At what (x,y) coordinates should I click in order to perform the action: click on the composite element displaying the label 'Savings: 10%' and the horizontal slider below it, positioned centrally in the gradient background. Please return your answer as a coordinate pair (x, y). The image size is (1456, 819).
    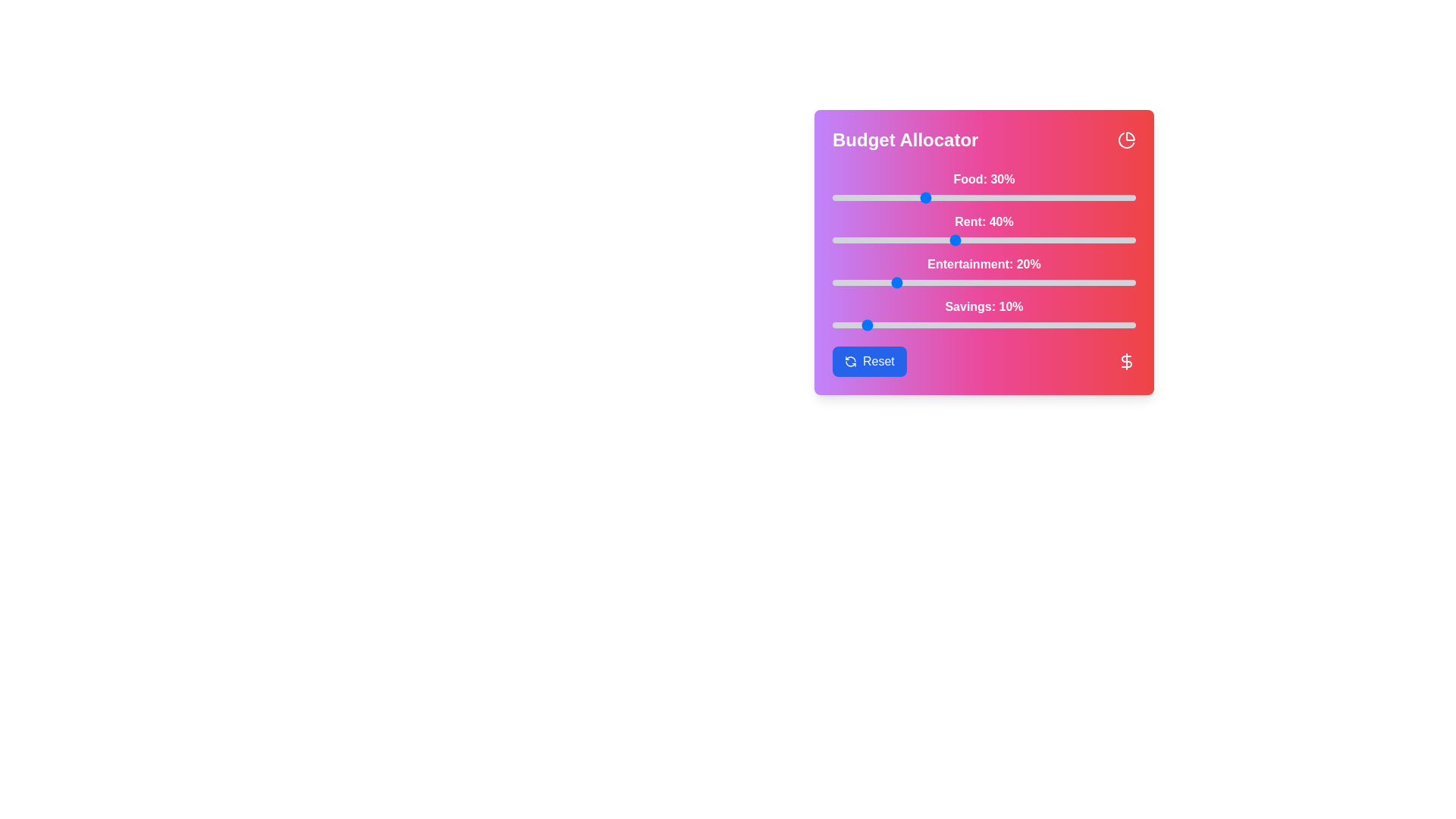
    Looking at the image, I should click on (984, 312).